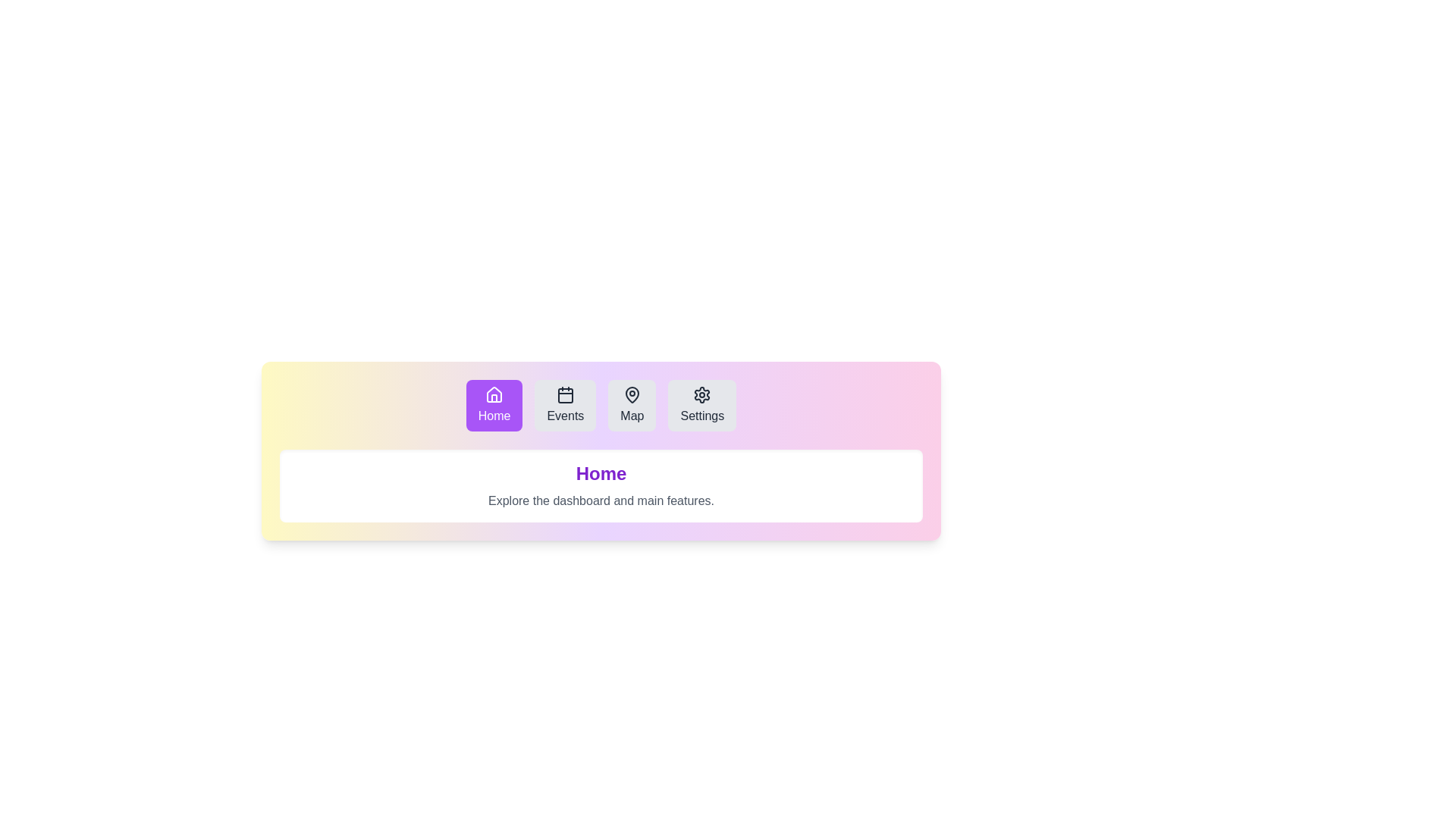 The width and height of the screenshot is (1456, 819). I want to click on the Map tab to select it, so click(632, 405).